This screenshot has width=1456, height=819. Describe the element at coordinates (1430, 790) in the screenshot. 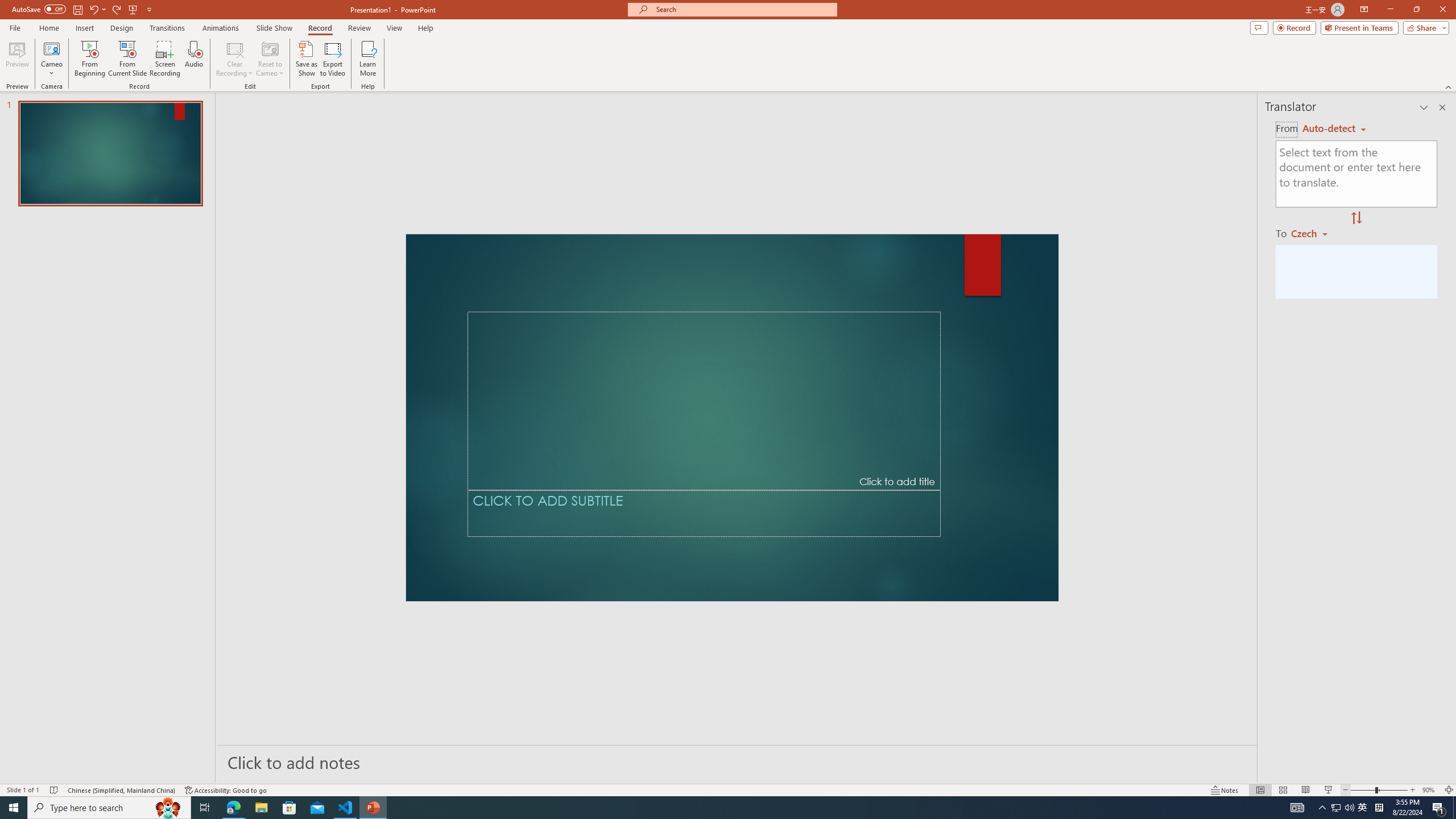

I see `'Zoom 90%'` at that location.